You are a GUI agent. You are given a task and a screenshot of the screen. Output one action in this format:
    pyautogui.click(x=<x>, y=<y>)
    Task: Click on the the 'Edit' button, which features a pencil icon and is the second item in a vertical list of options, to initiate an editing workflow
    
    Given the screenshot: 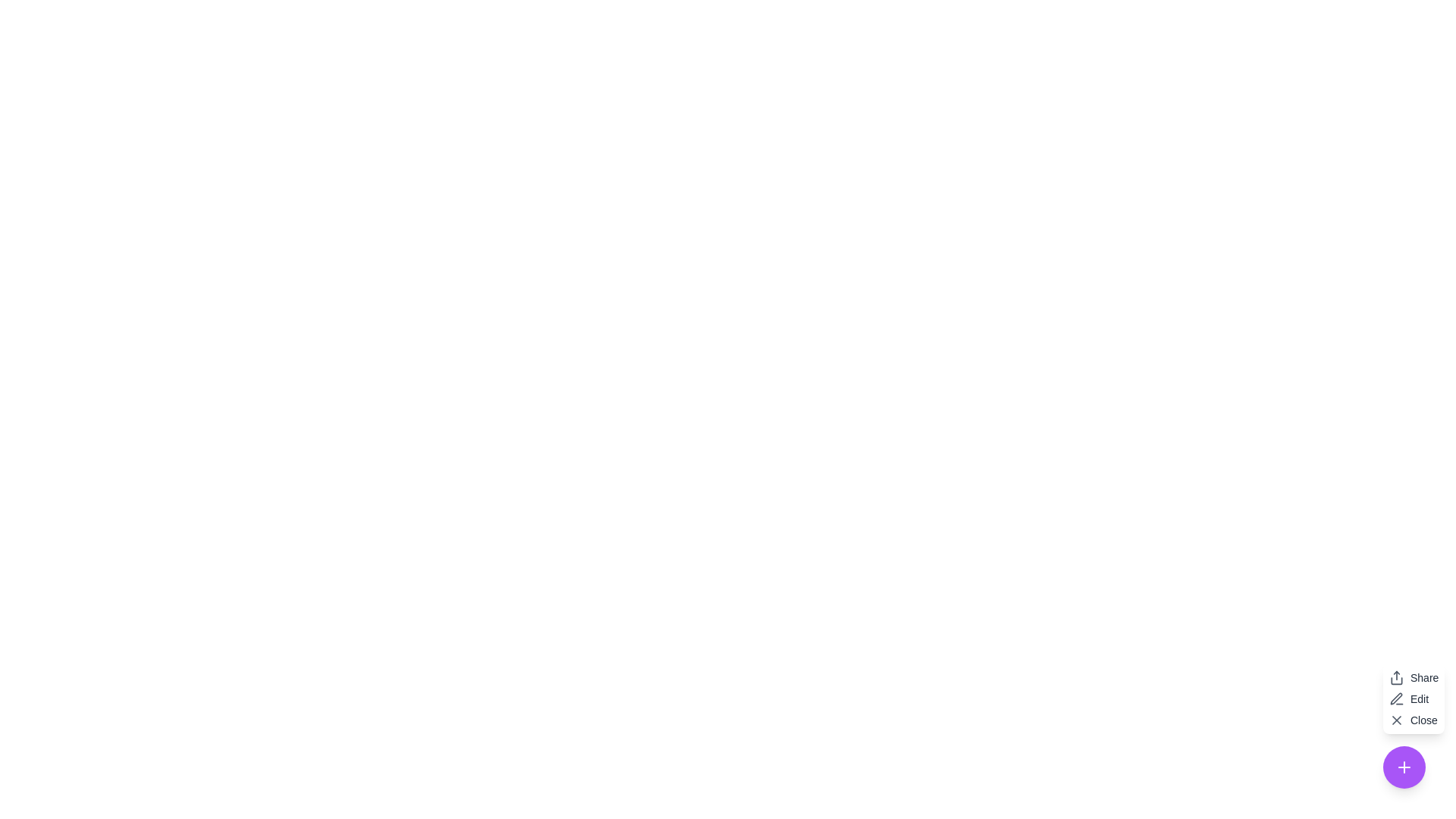 What is the action you would take?
    pyautogui.click(x=1413, y=698)
    